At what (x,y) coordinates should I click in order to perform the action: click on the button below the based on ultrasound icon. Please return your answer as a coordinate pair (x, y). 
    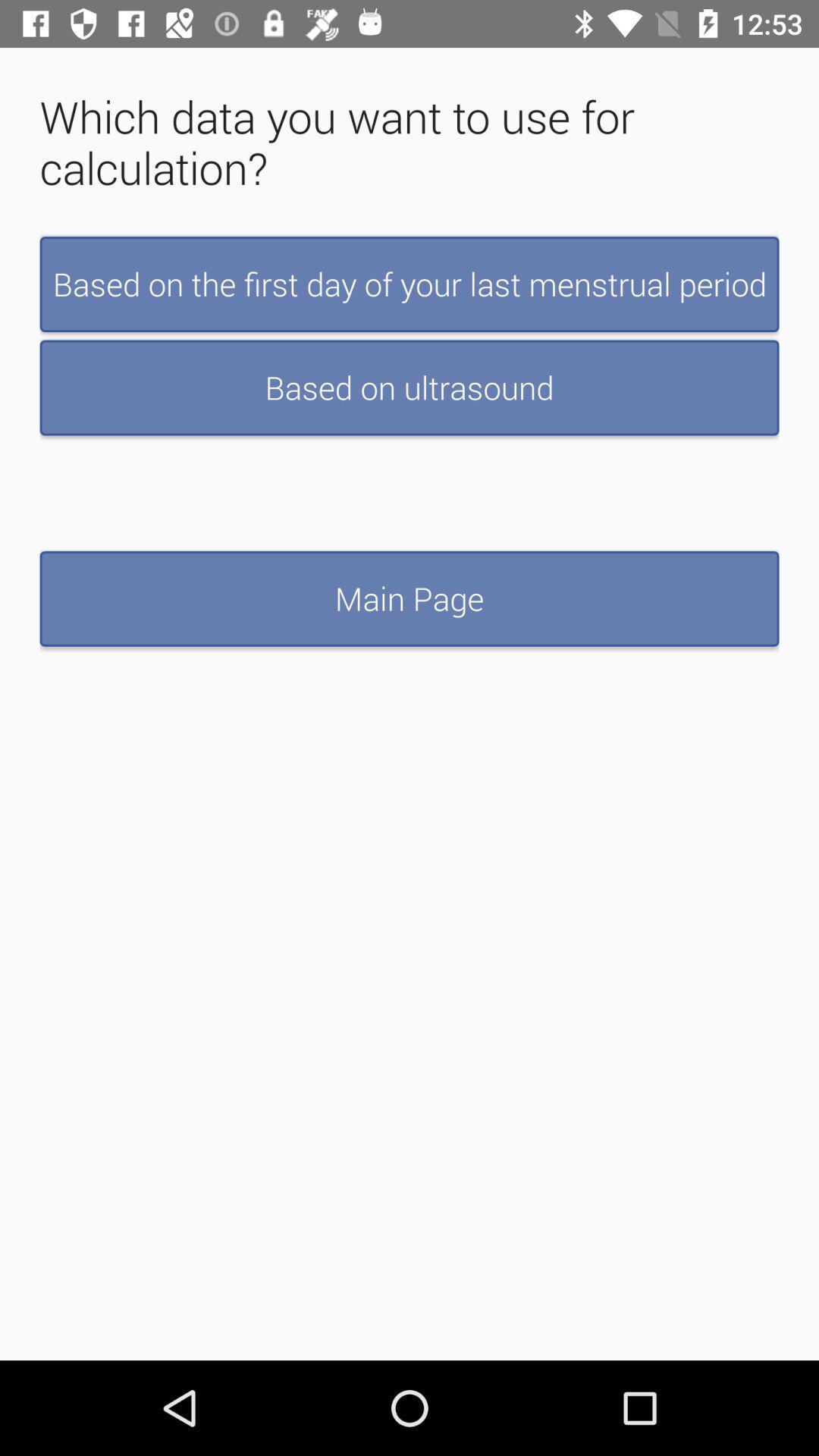
    Looking at the image, I should click on (409, 598).